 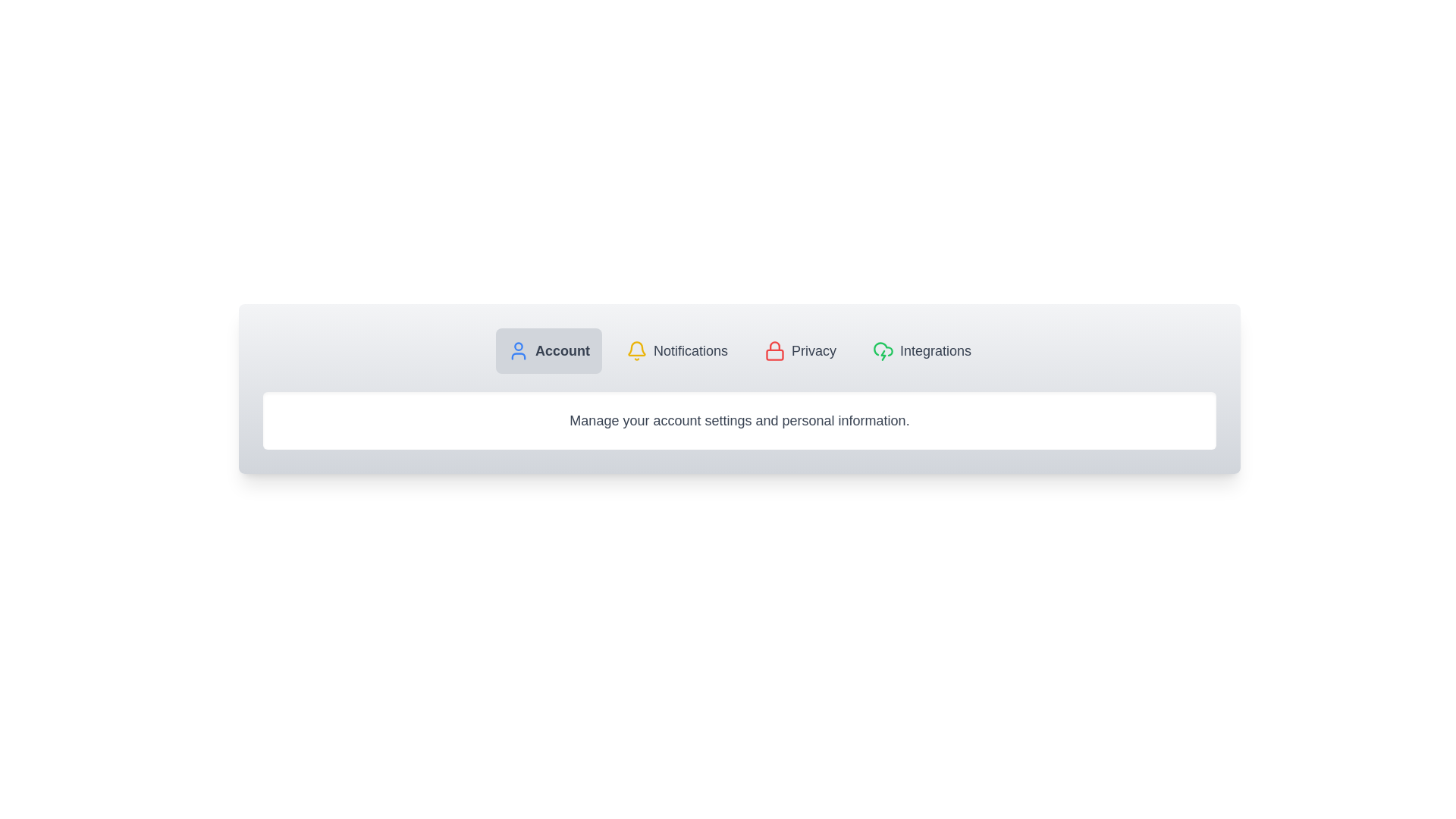 I want to click on the 'Notifications' text label in the navigation menu, so click(x=690, y=350).